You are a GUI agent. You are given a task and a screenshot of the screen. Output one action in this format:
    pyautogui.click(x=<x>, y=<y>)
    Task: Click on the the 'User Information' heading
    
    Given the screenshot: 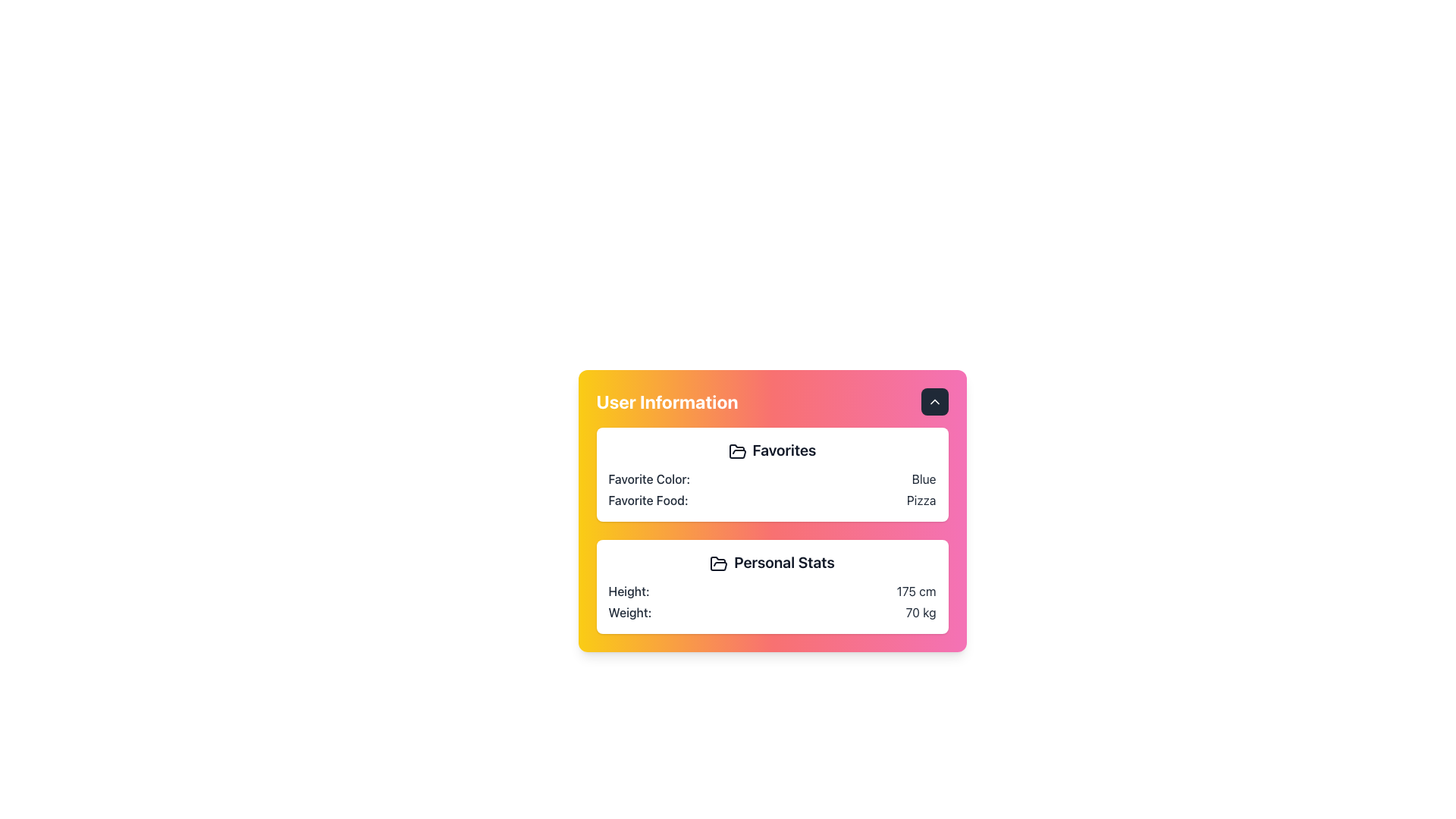 What is the action you would take?
    pyautogui.click(x=667, y=400)
    